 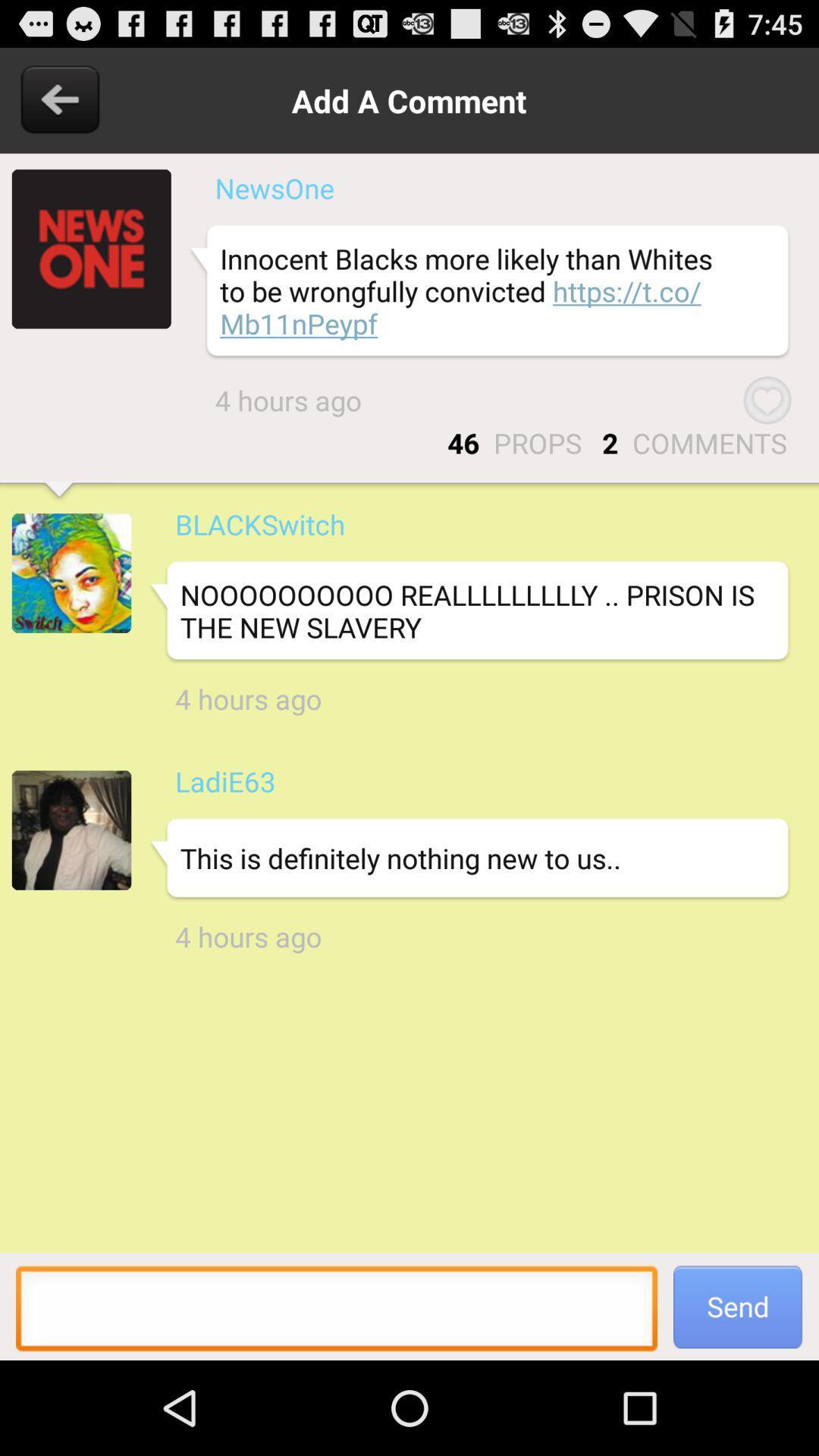 I want to click on creat message, so click(x=335, y=1312).